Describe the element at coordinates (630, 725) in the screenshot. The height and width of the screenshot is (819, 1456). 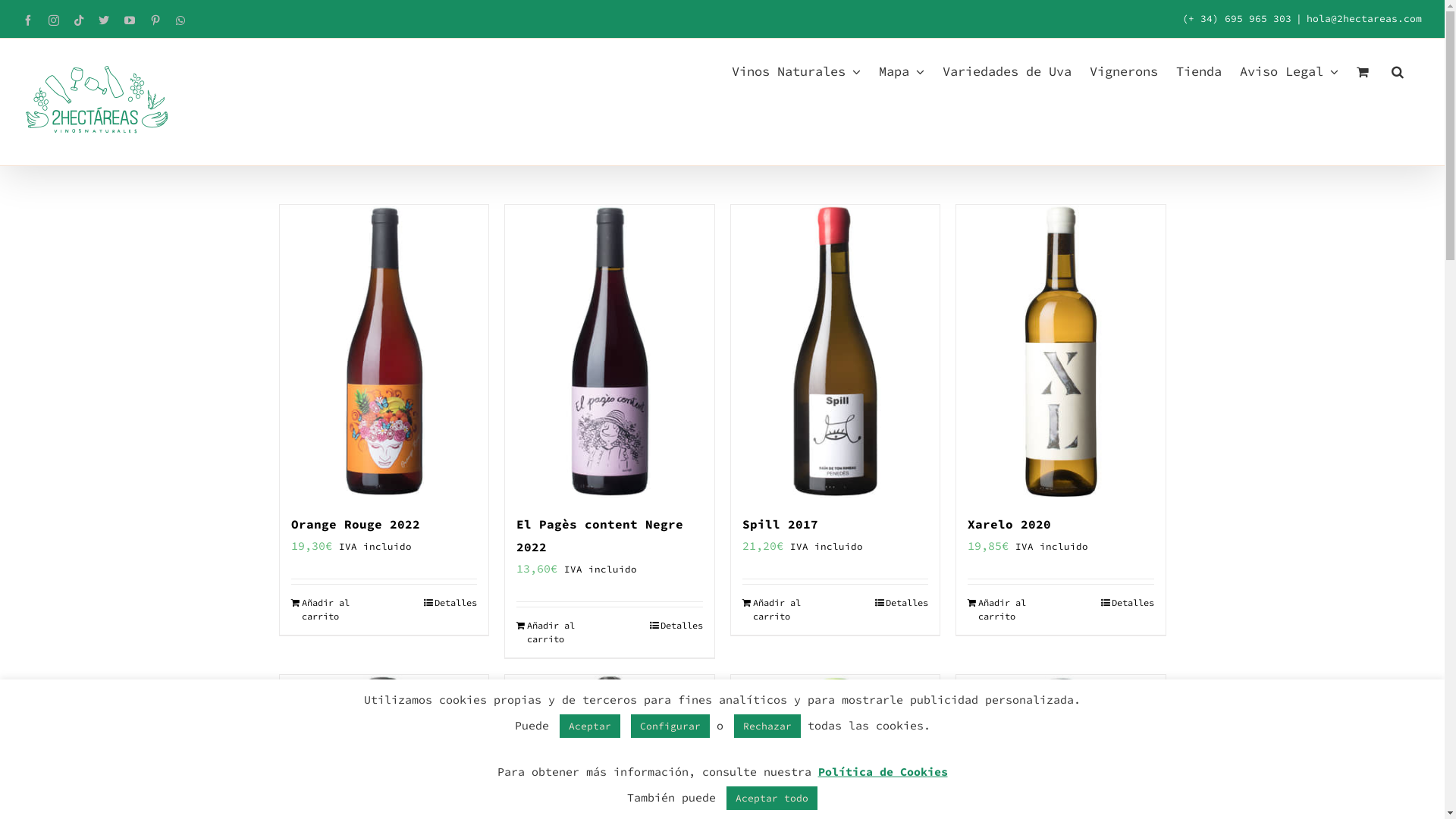
I see `'Configurar'` at that location.